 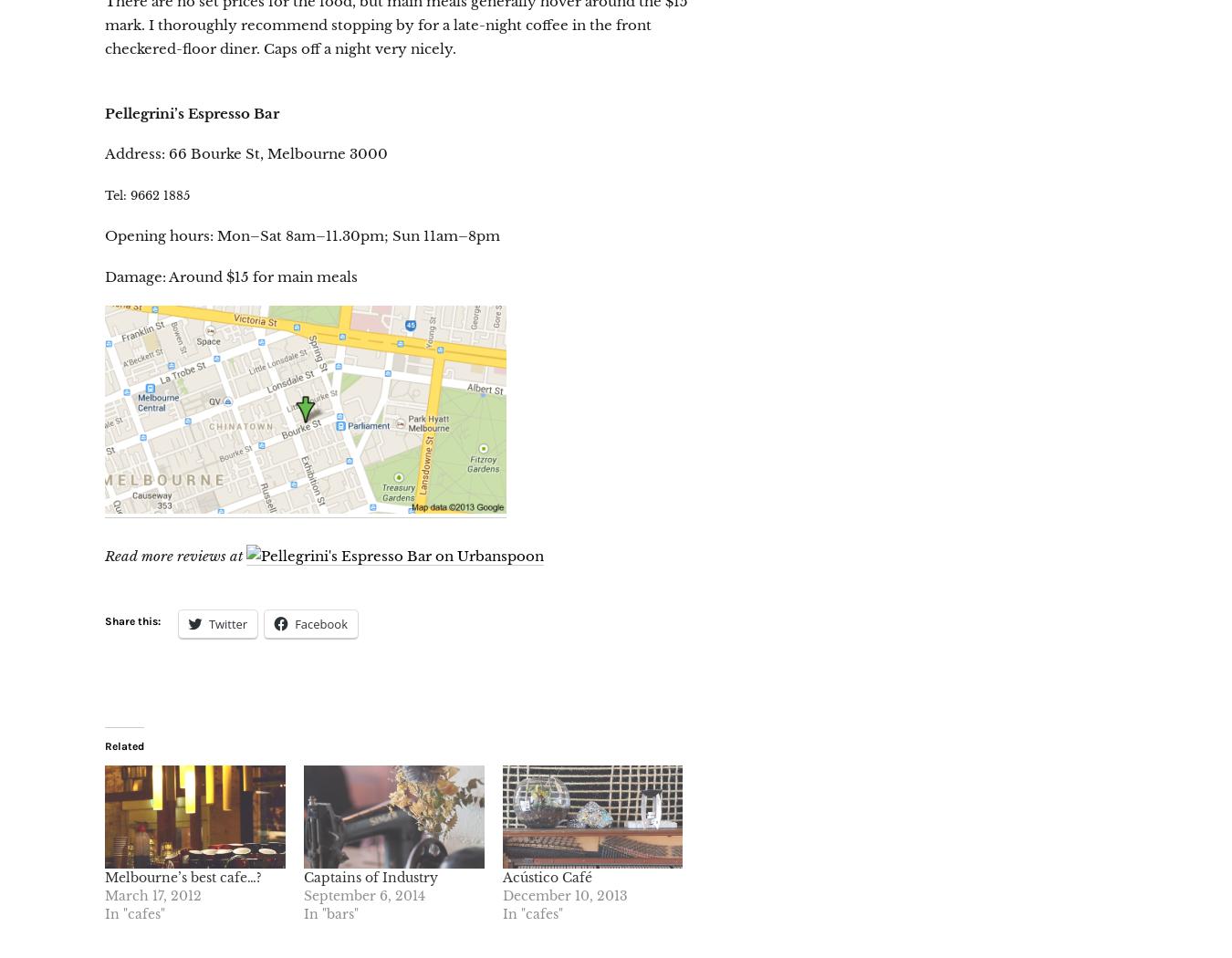 I want to click on 'Related', so click(x=124, y=745).